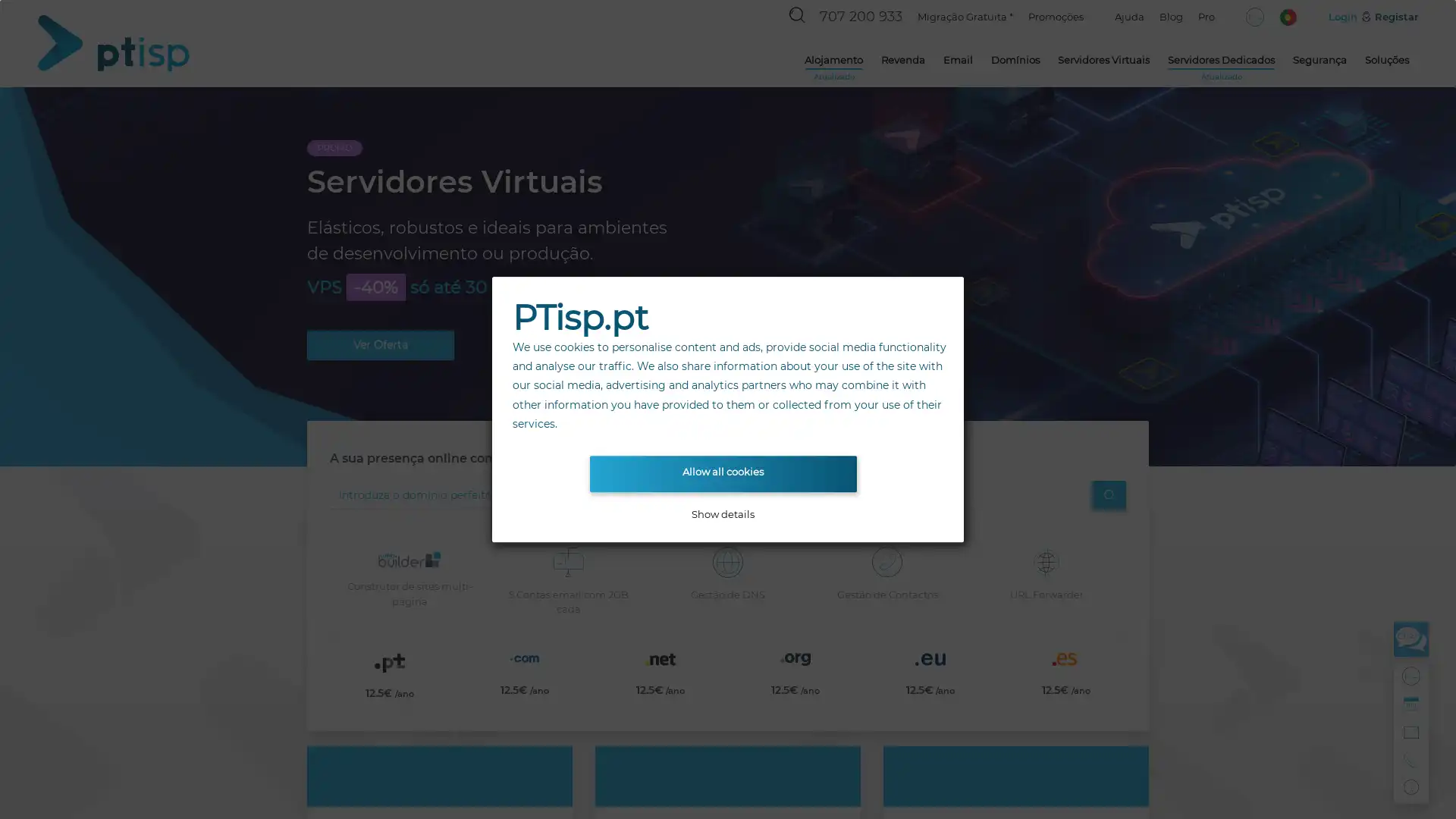 The width and height of the screenshot is (1456, 819). I want to click on Go to slide 3, so click(742, 403).